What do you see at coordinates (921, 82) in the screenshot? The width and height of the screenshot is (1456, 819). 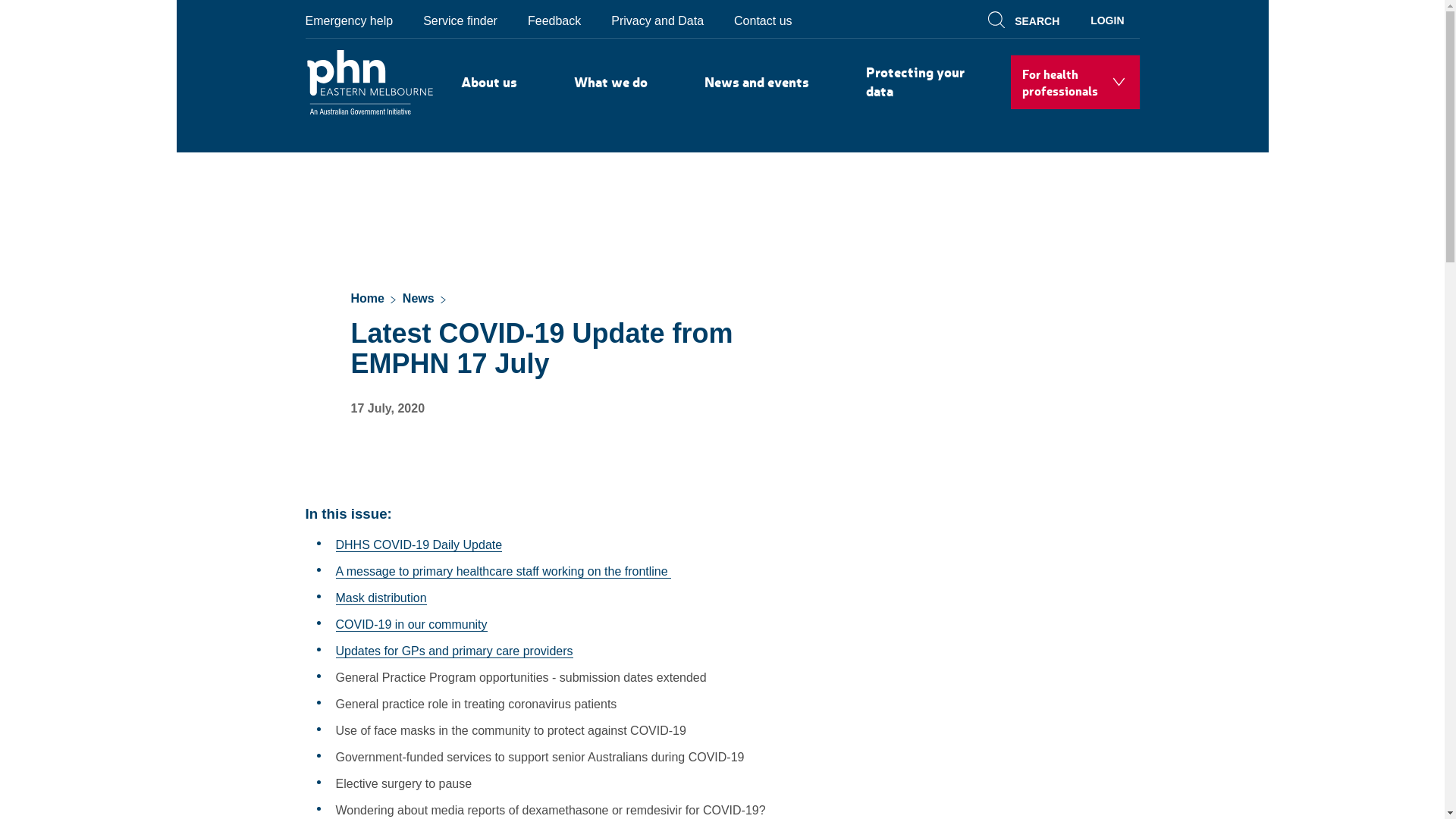 I see `'Protecting your data'` at bounding box center [921, 82].